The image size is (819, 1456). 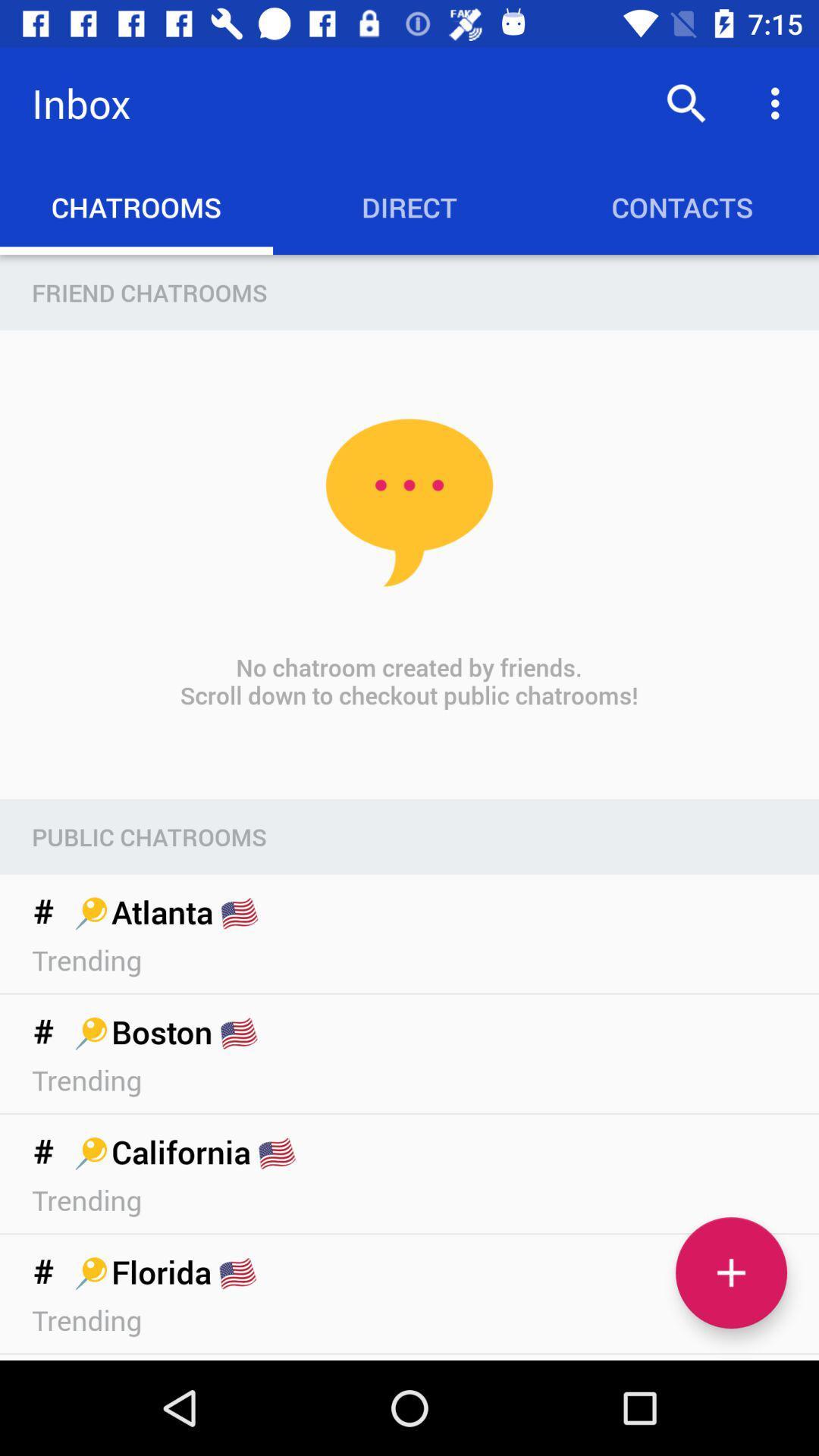 What do you see at coordinates (730, 1272) in the screenshot?
I see `the add icon` at bounding box center [730, 1272].